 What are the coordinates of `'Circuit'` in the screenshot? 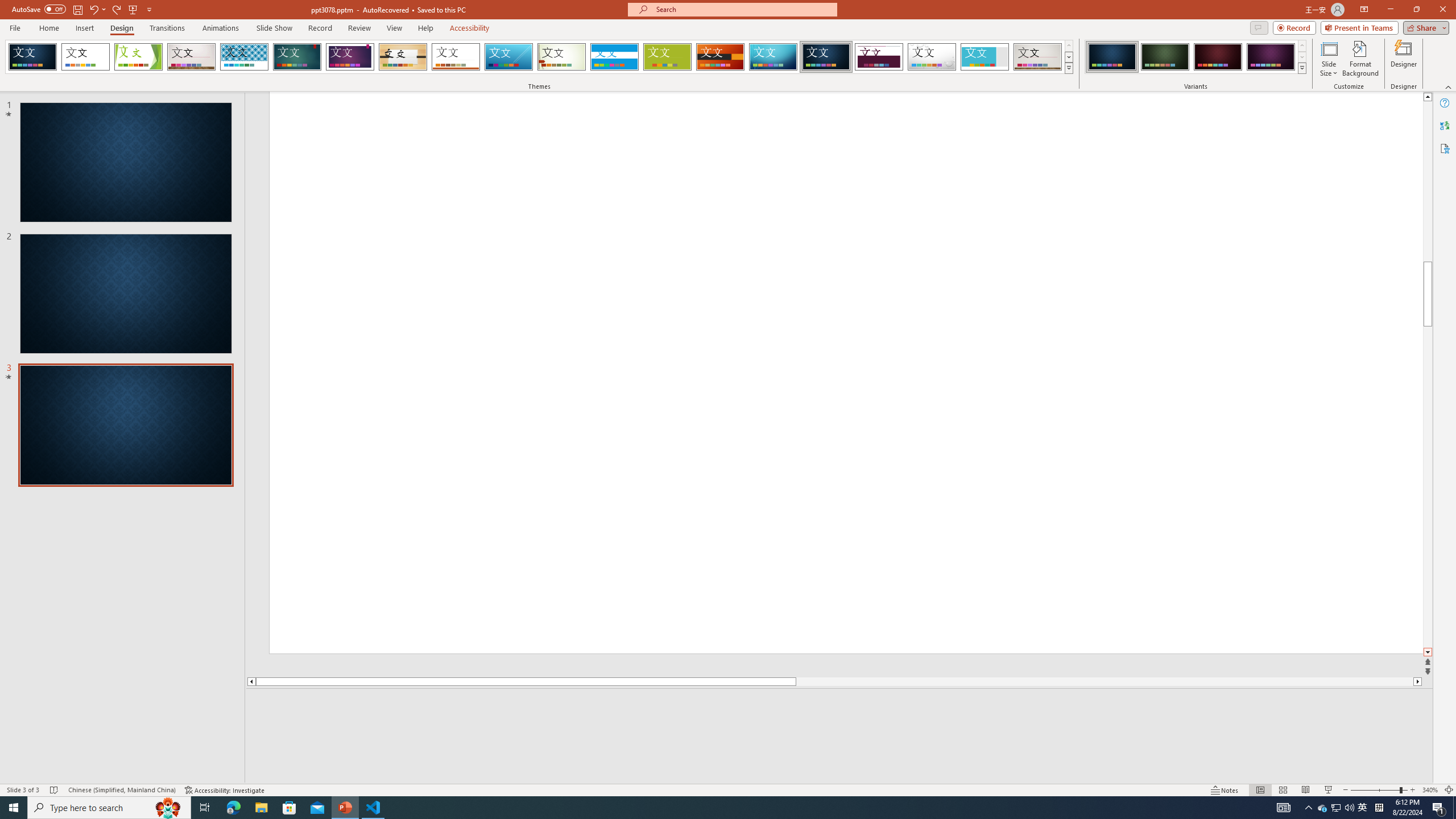 It's located at (772, 56).